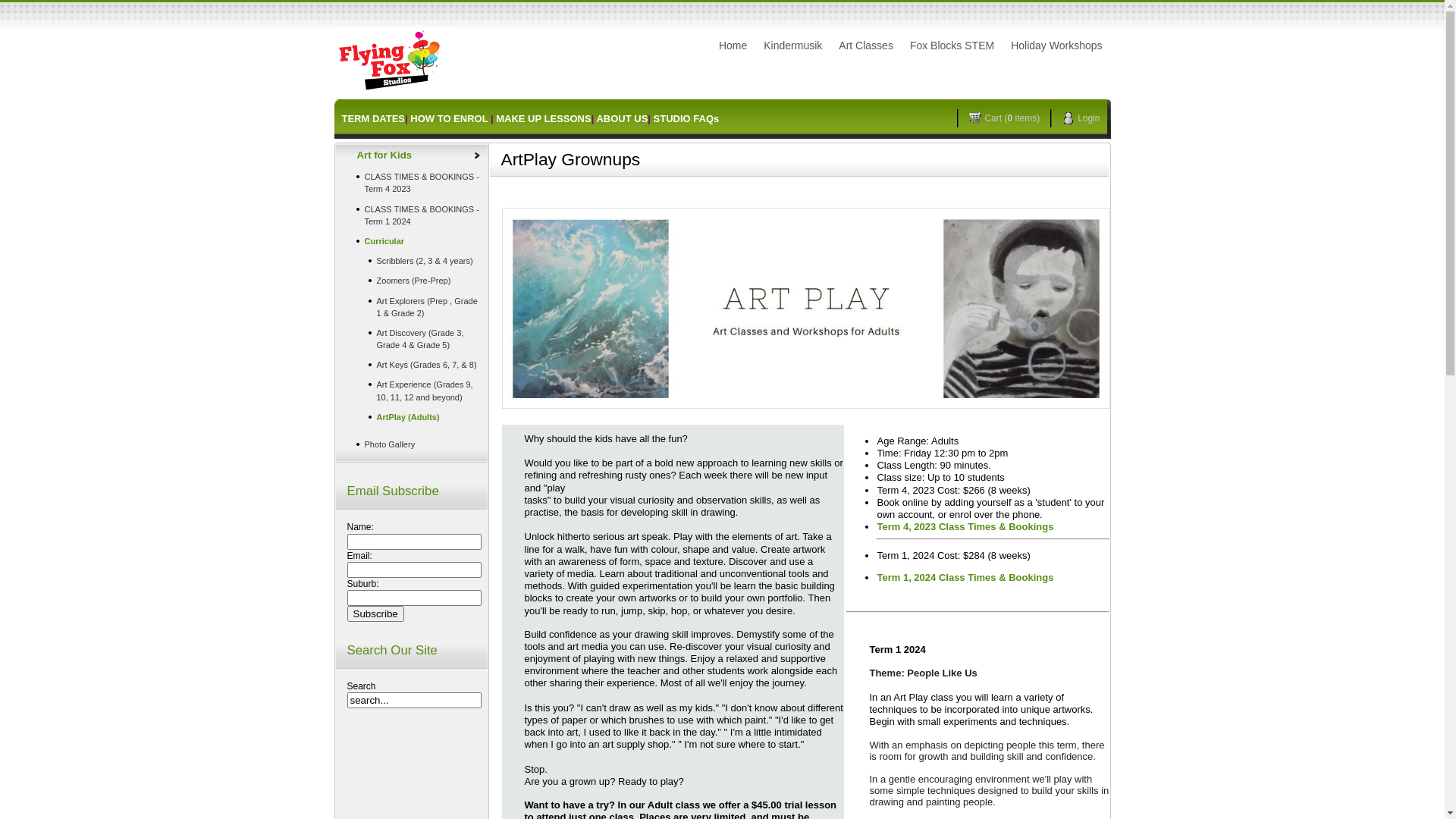 This screenshot has width=1456, height=819. What do you see at coordinates (1085, 117) in the screenshot?
I see `'Login'` at bounding box center [1085, 117].